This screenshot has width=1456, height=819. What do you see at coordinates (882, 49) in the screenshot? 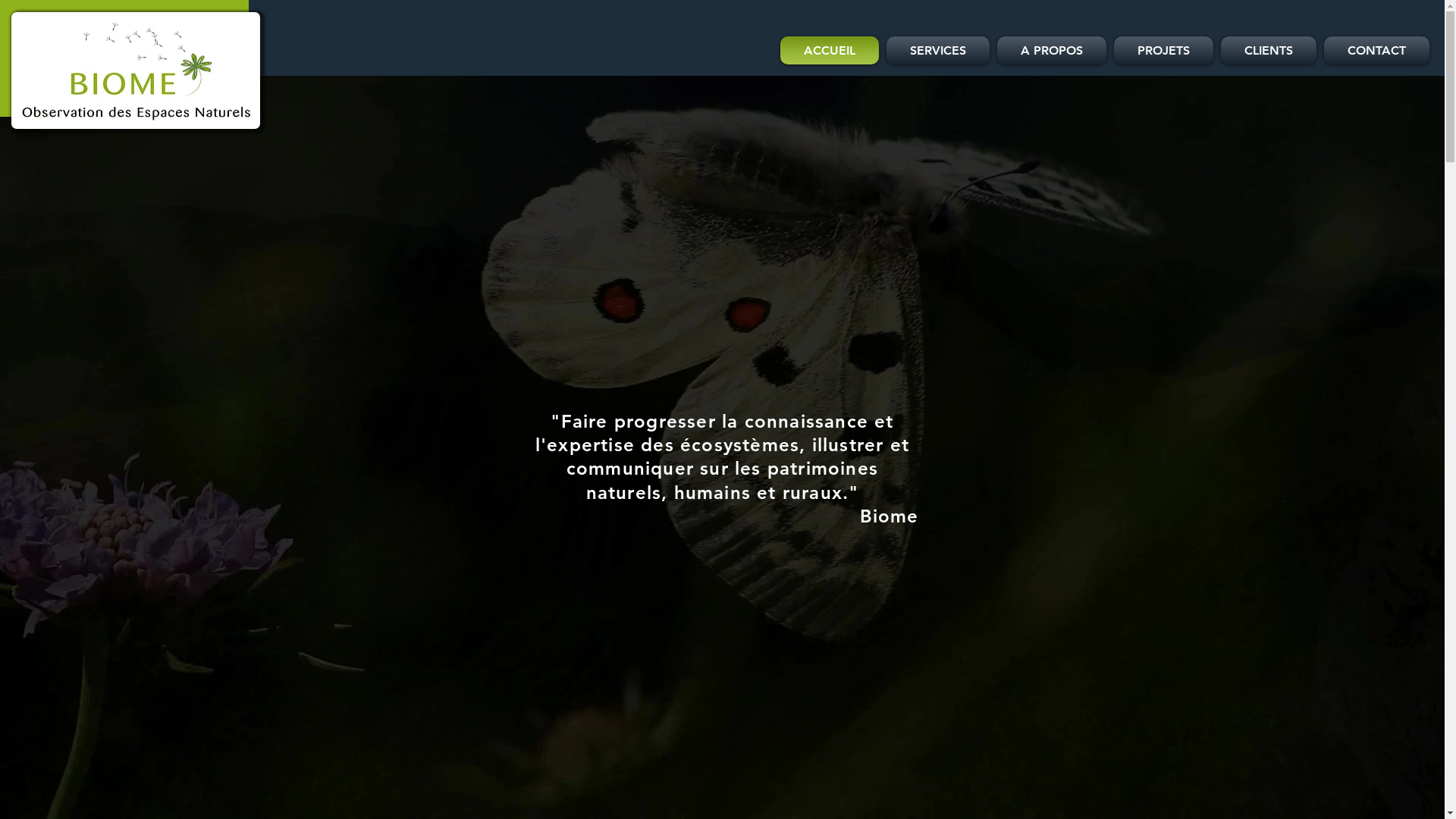
I see `'SERVICES'` at bounding box center [882, 49].